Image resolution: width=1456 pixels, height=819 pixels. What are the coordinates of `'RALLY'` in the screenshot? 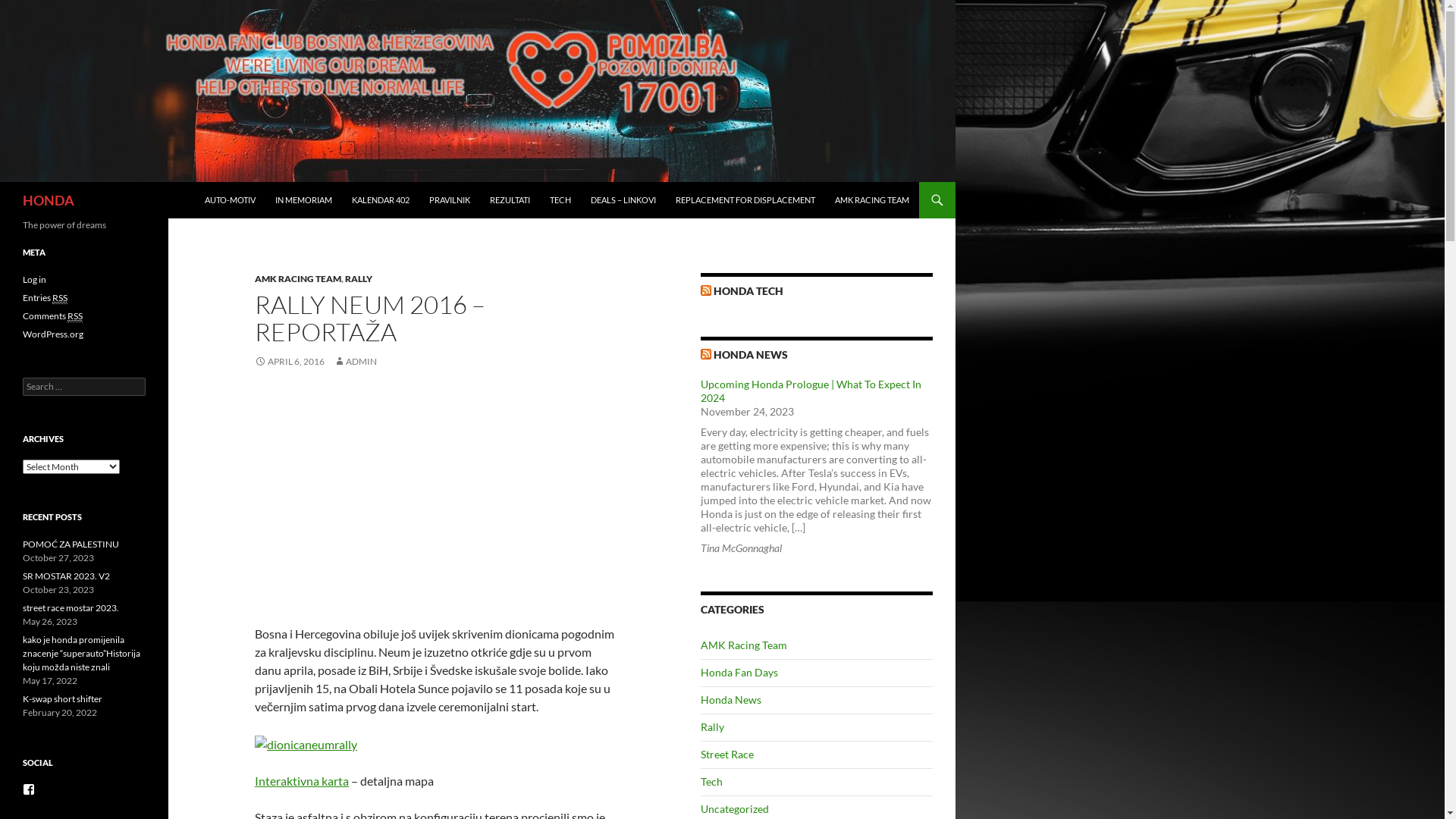 It's located at (358, 278).